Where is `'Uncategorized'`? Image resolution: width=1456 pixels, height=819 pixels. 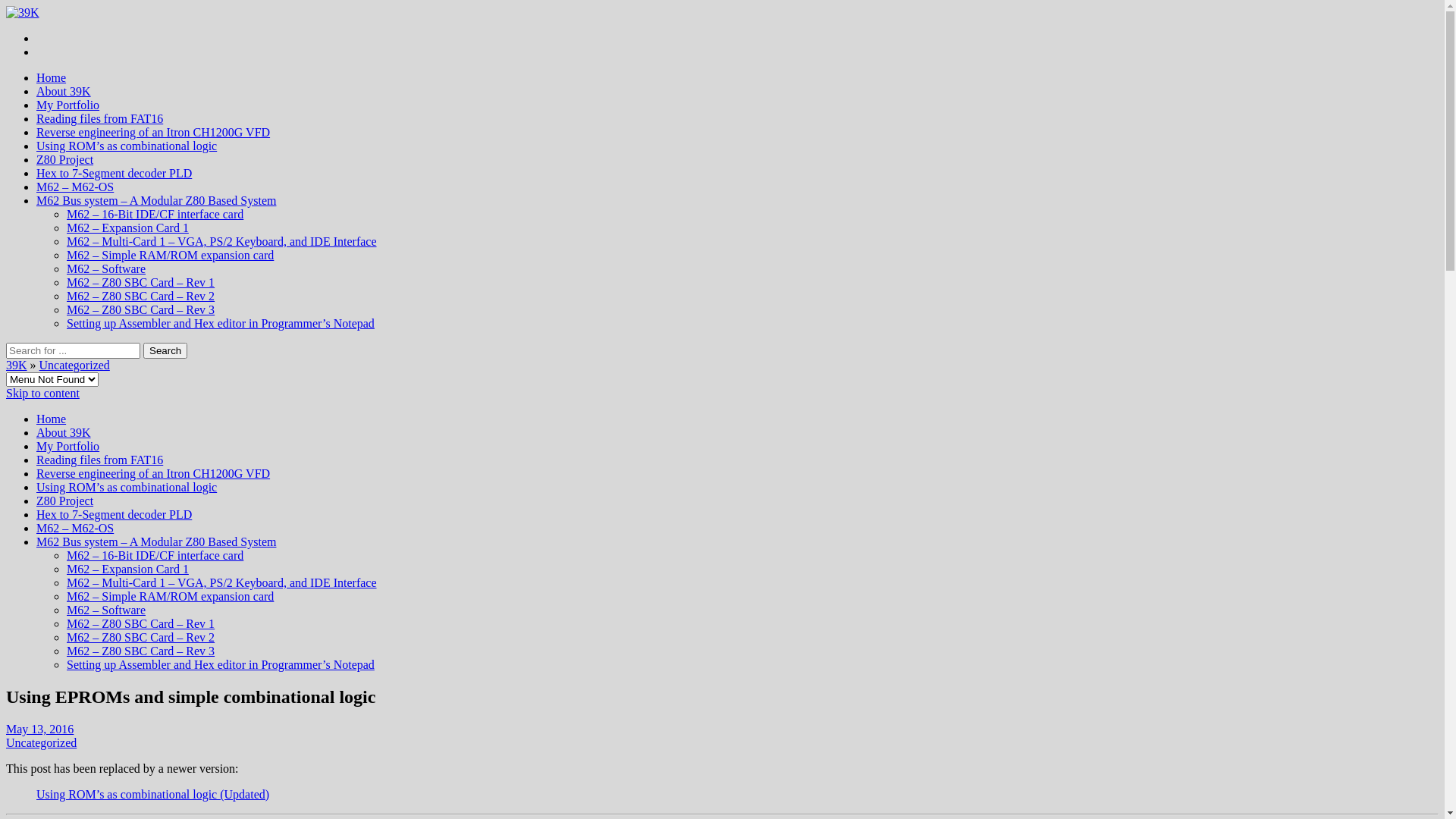
'Uncategorized' is located at coordinates (39, 365).